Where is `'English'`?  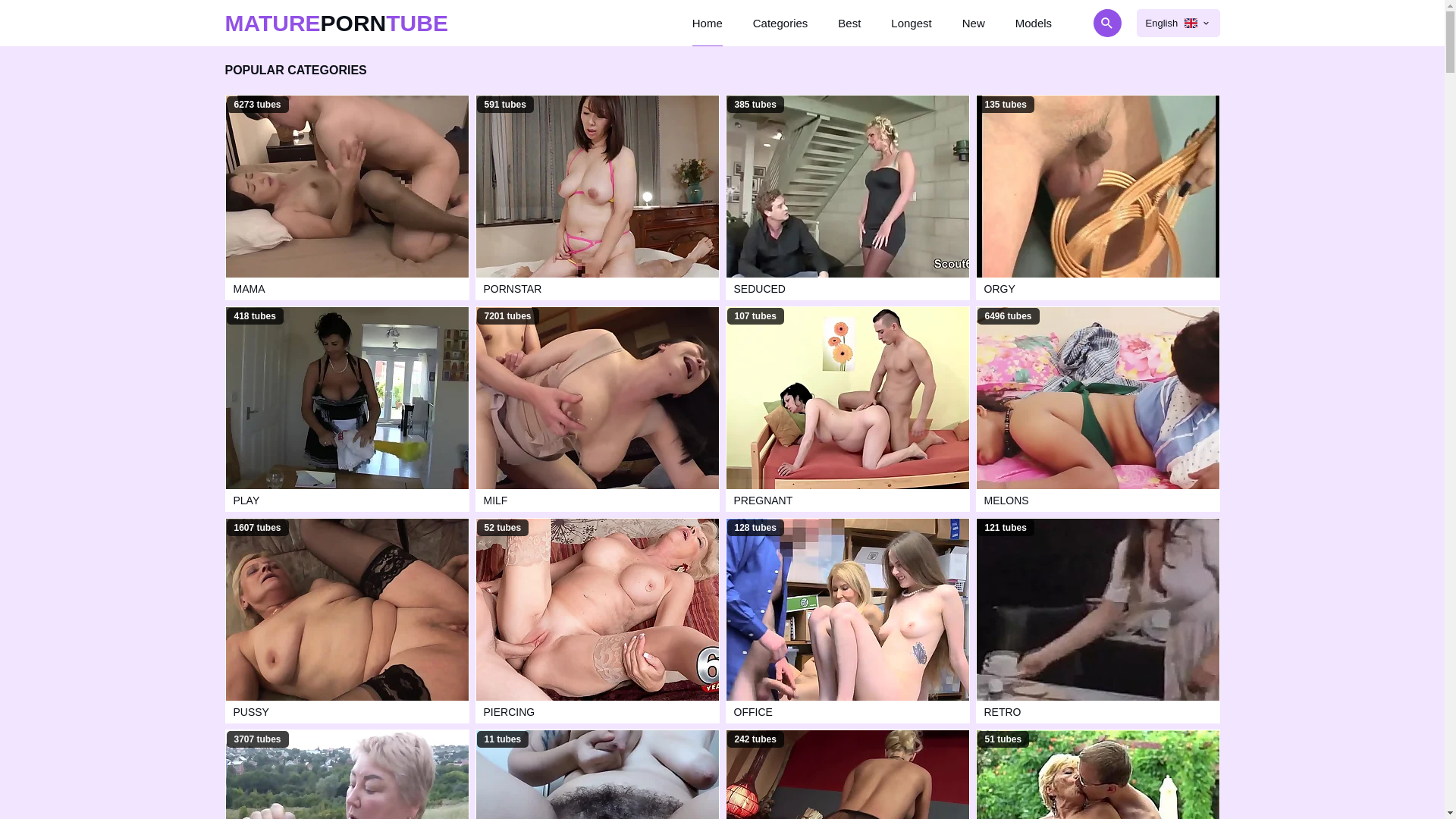
'English' is located at coordinates (1178, 23).